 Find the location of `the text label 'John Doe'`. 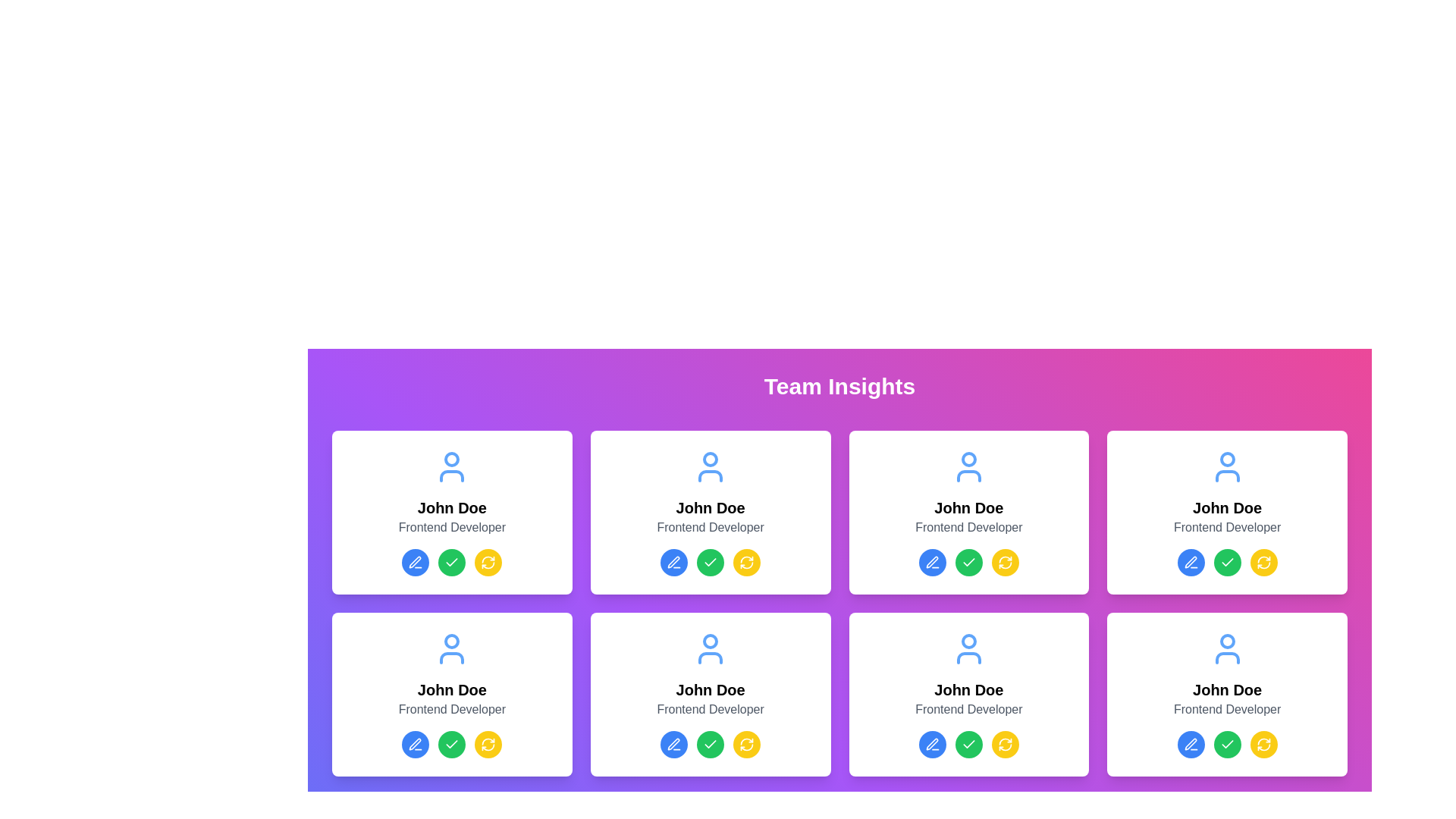

the text label 'John Doe' is located at coordinates (710, 508).